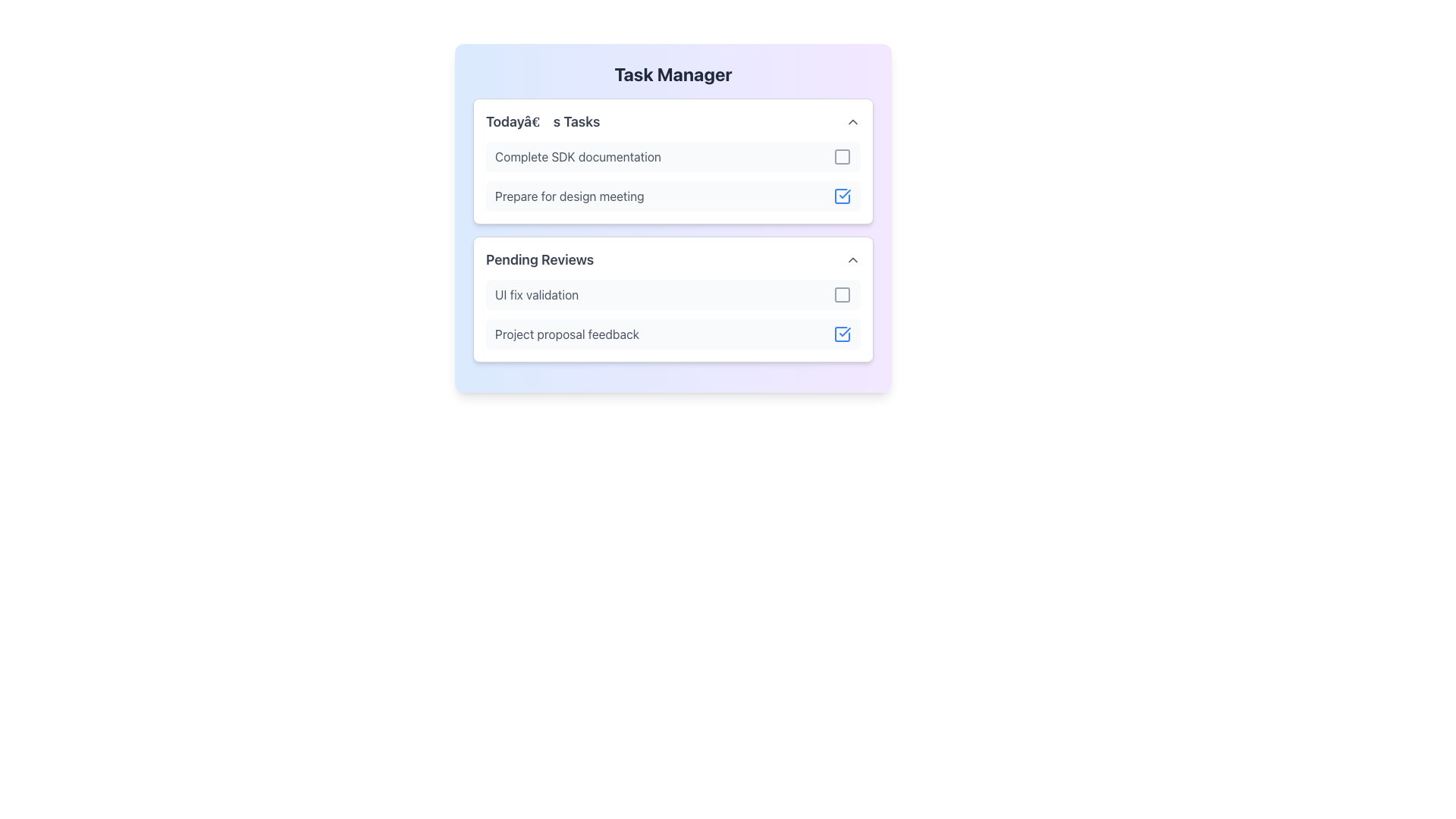 This screenshot has height=819, width=1456. Describe the element at coordinates (569, 195) in the screenshot. I see `the static text label reading 'Prepare for design meeting' in the 'Today's Tasks' section of the Task Manager interface` at that location.